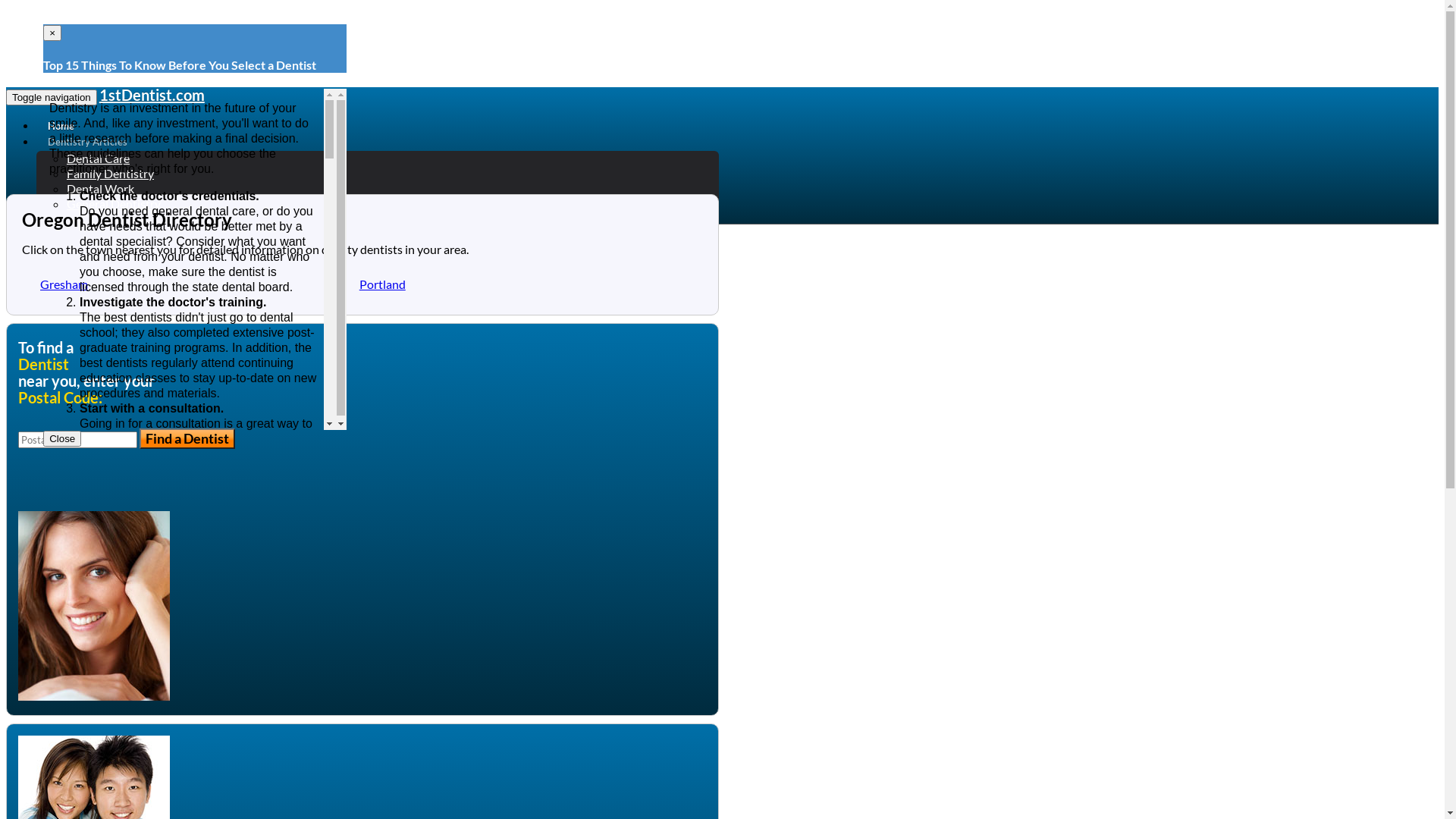  I want to click on 'Home', so click(61, 124).